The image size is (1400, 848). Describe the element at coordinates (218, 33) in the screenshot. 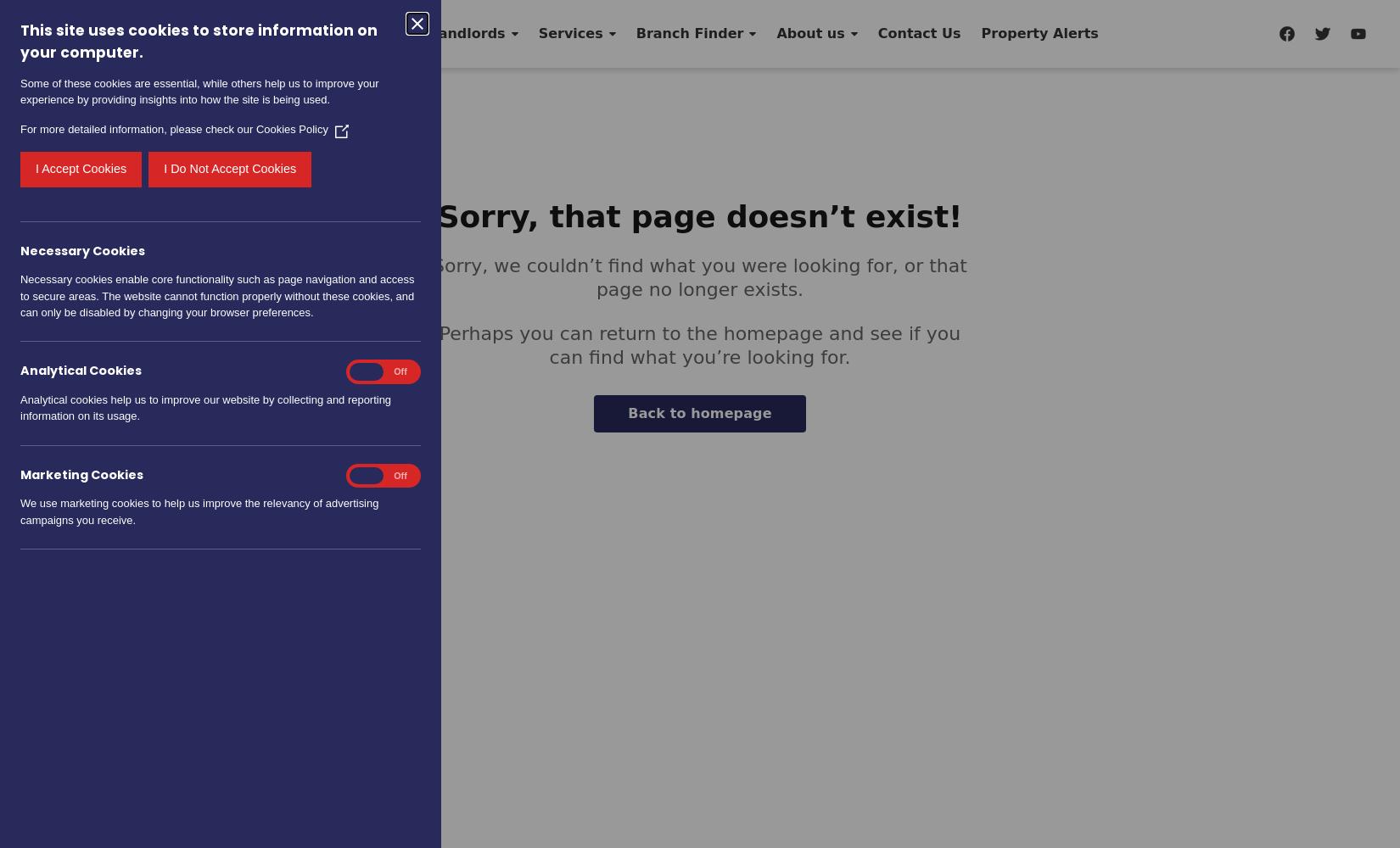

I see `'Sell'` at that location.